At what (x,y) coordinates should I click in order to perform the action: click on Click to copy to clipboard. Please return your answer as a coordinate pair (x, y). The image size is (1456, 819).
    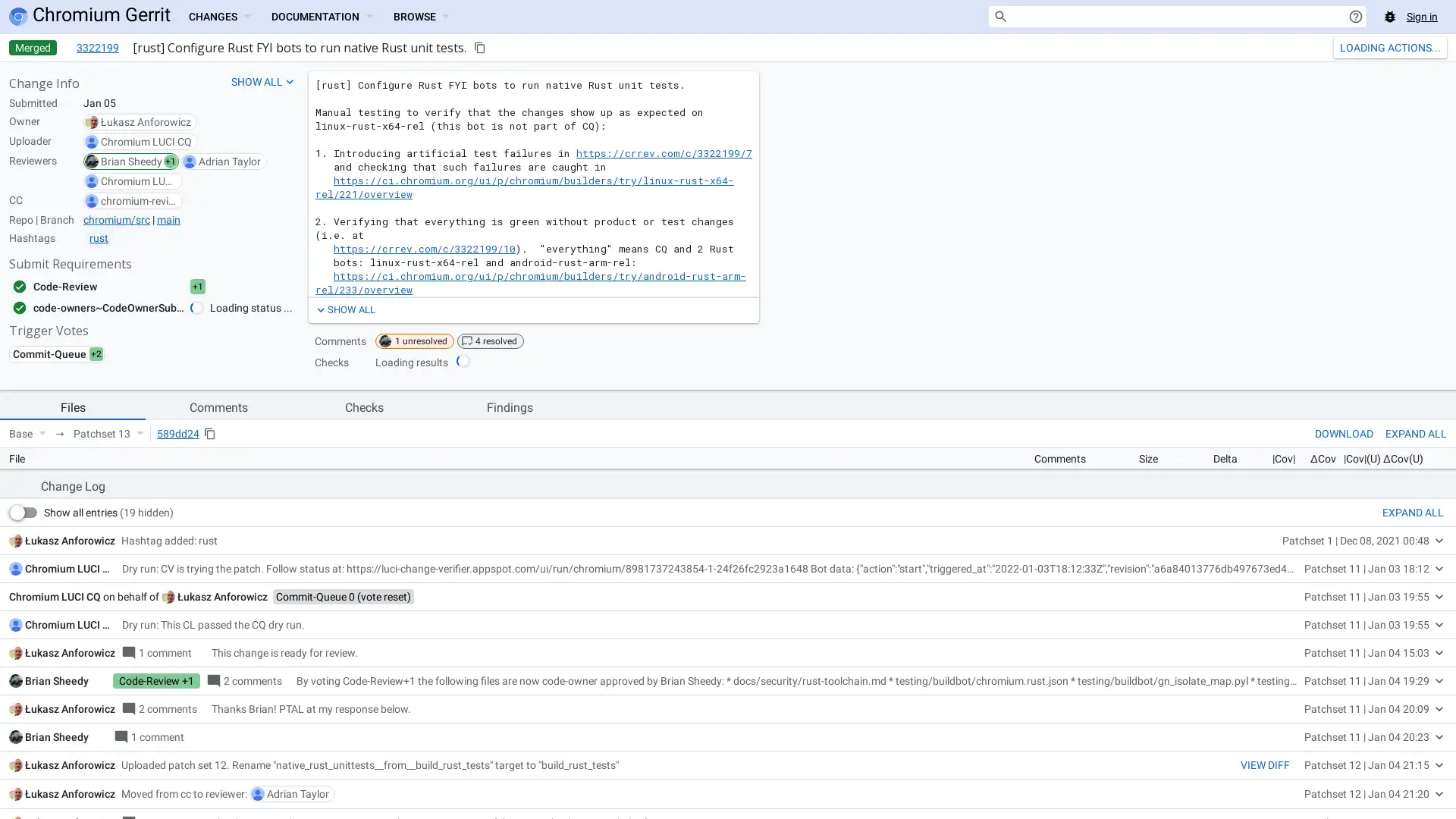
    Looking at the image, I should click on (479, 46).